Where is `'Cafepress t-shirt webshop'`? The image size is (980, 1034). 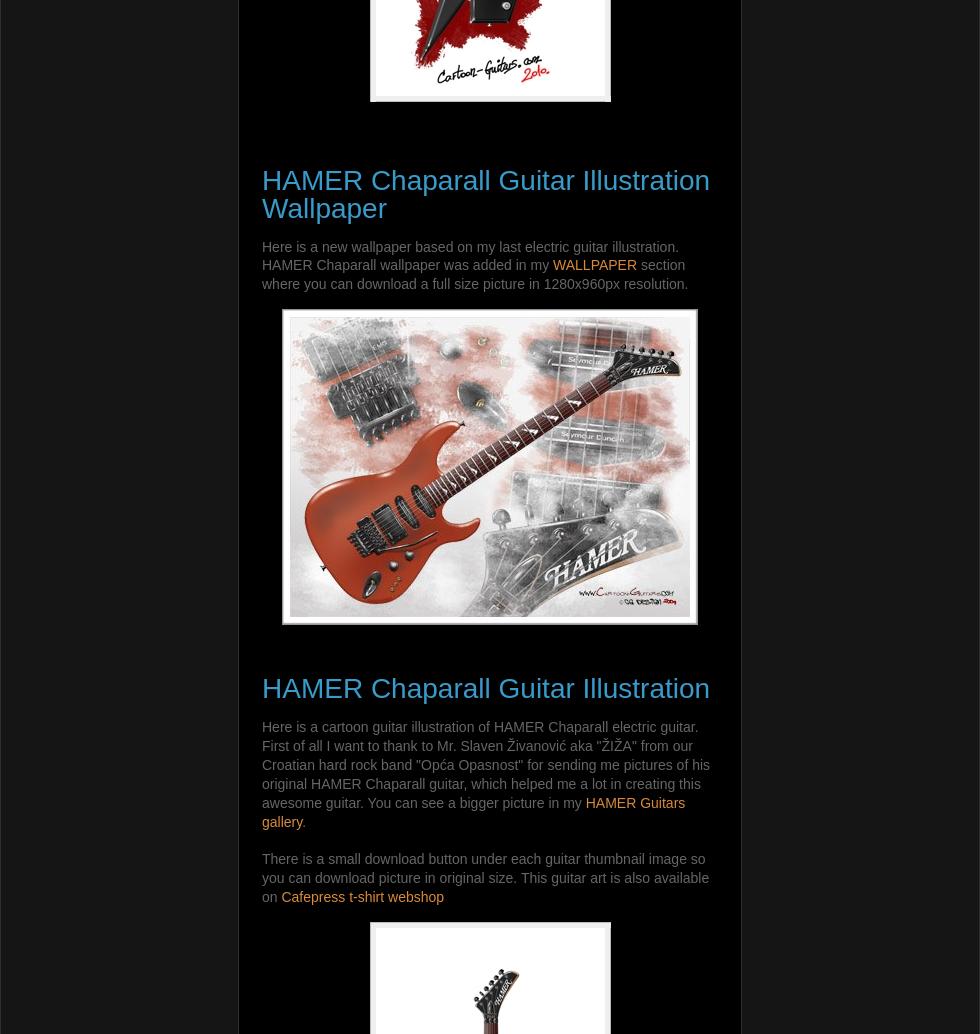 'Cafepress t-shirt webshop' is located at coordinates (280, 895).